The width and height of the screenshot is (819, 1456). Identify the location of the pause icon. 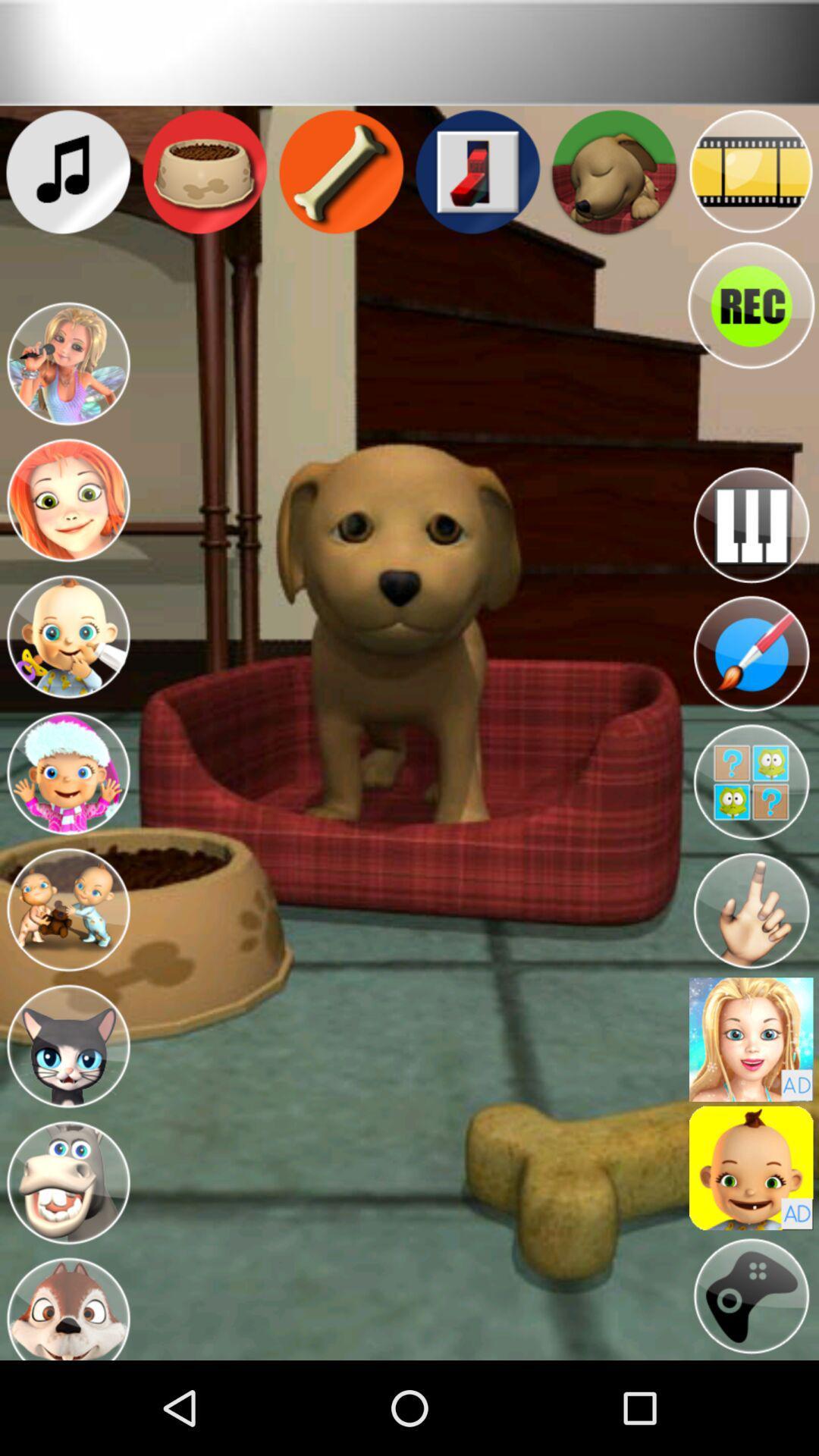
(751, 561).